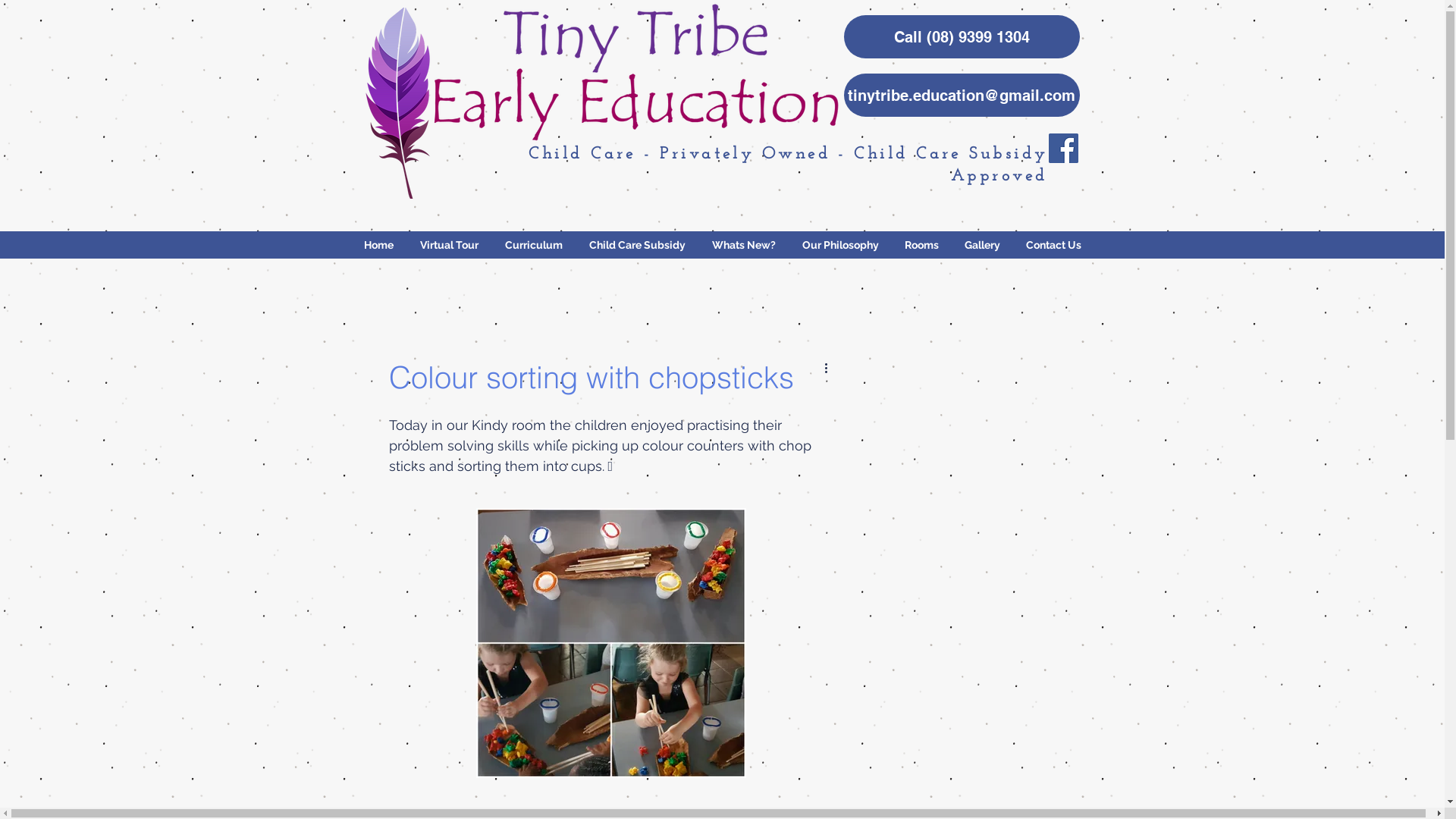  What do you see at coordinates (533, 244) in the screenshot?
I see `'Curriculum'` at bounding box center [533, 244].